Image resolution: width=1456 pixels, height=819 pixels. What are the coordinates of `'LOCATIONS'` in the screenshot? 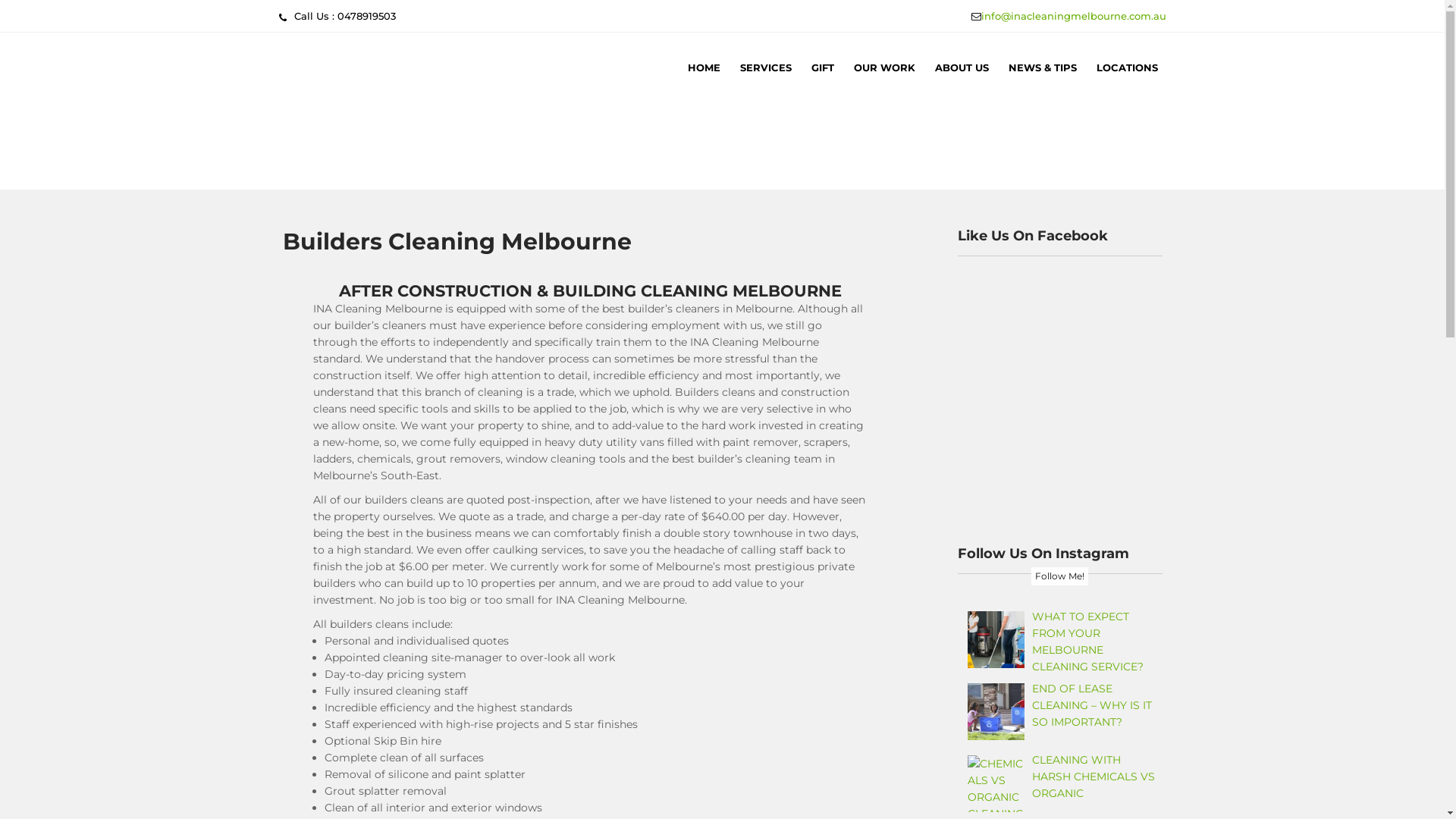 It's located at (1087, 66).